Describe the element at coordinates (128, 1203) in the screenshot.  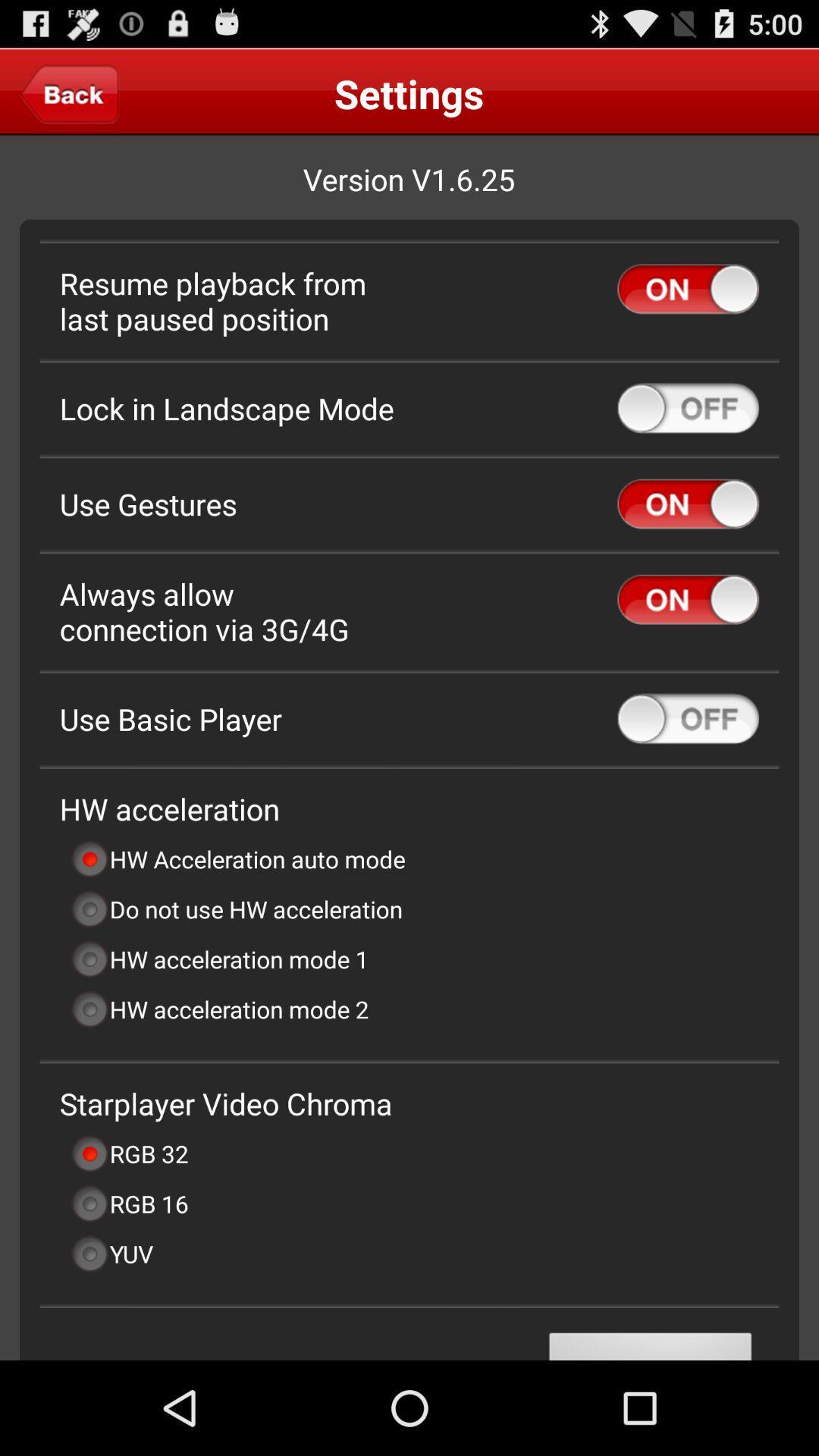
I see `the item below rgb 32 item` at that location.